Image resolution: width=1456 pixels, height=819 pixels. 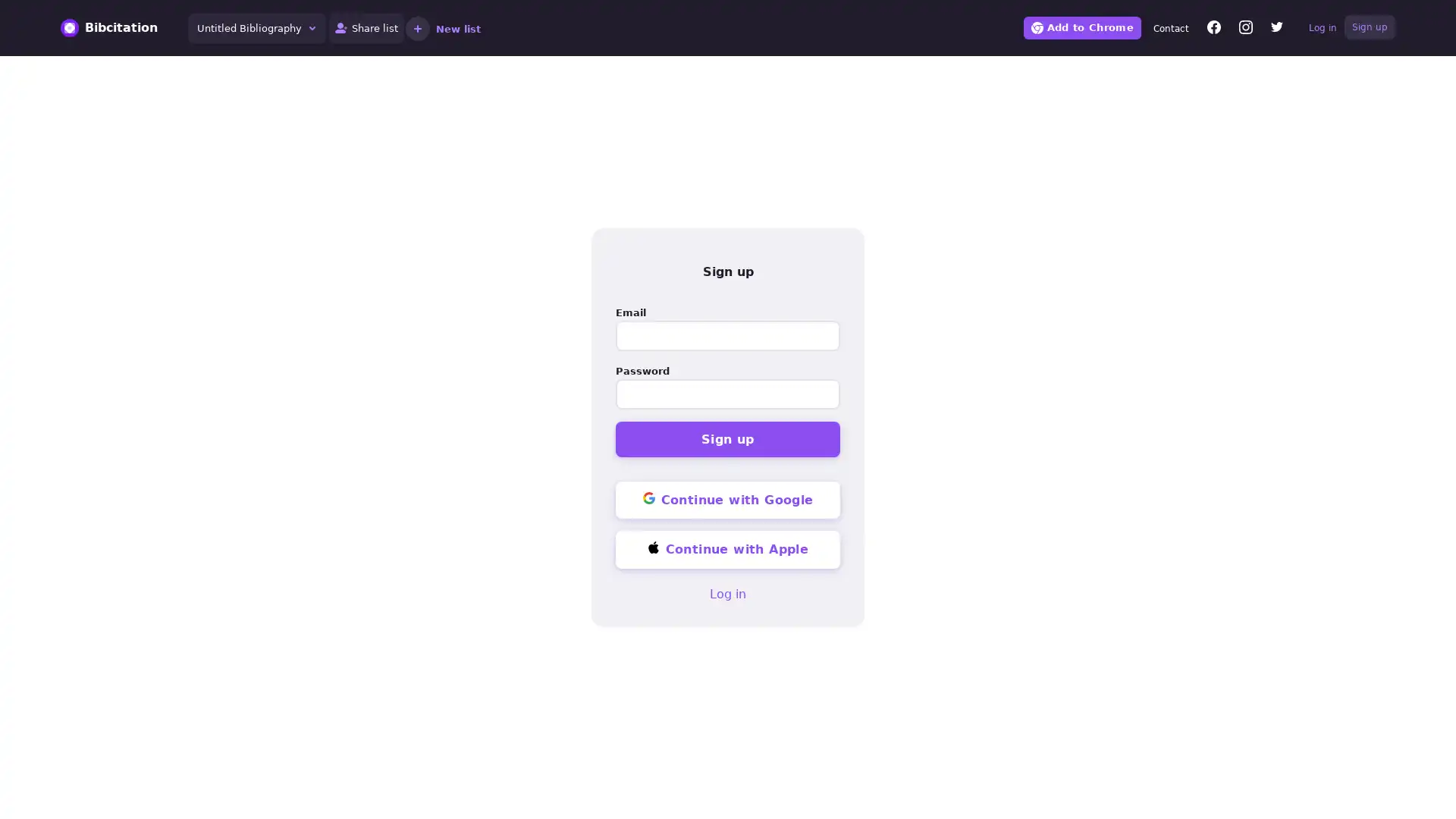 What do you see at coordinates (257, 28) in the screenshot?
I see `Untitled Bibliography` at bounding box center [257, 28].